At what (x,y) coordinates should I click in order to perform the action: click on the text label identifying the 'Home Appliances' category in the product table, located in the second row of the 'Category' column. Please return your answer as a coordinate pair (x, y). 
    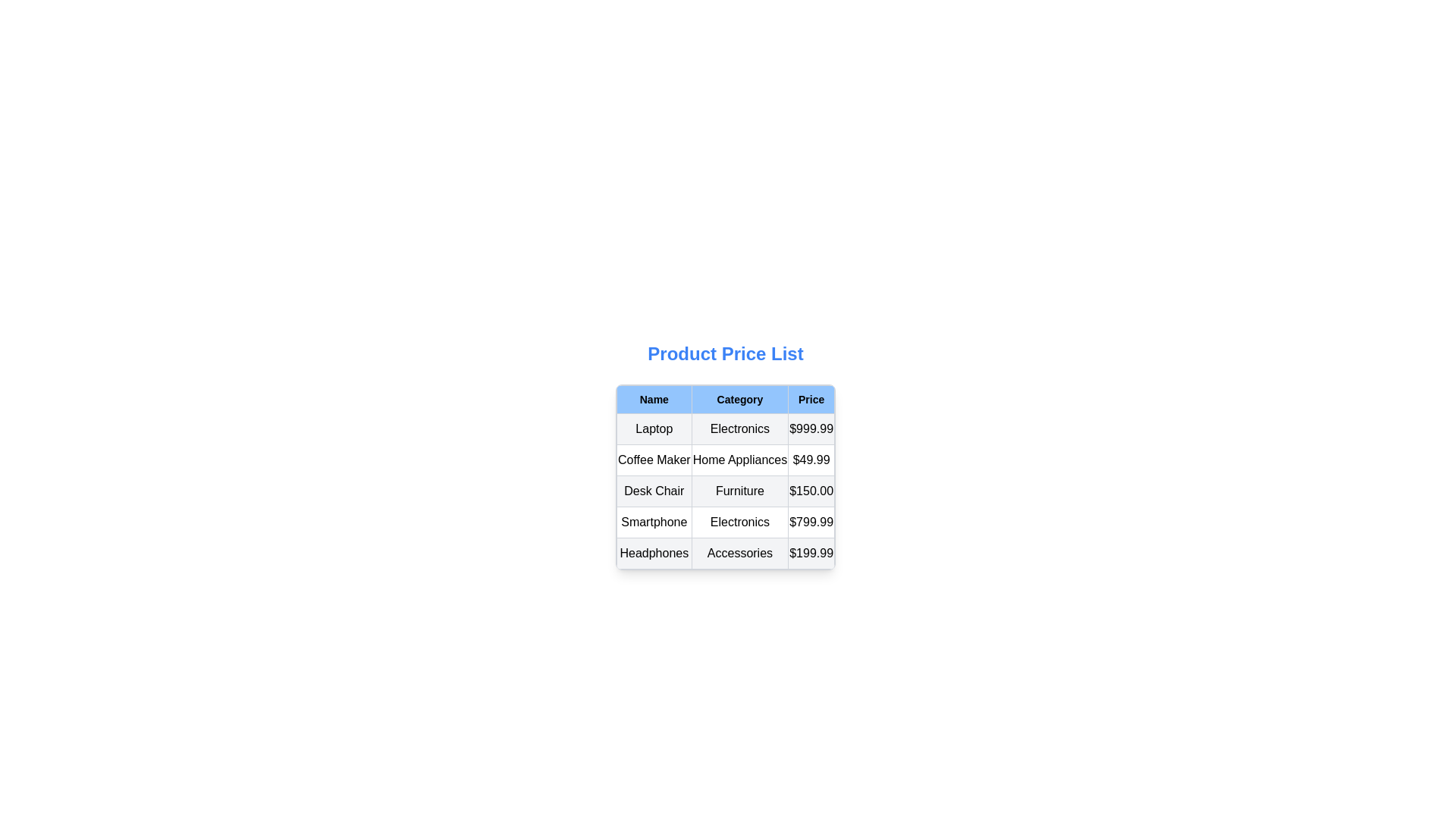
    Looking at the image, I should click on (739, 459).